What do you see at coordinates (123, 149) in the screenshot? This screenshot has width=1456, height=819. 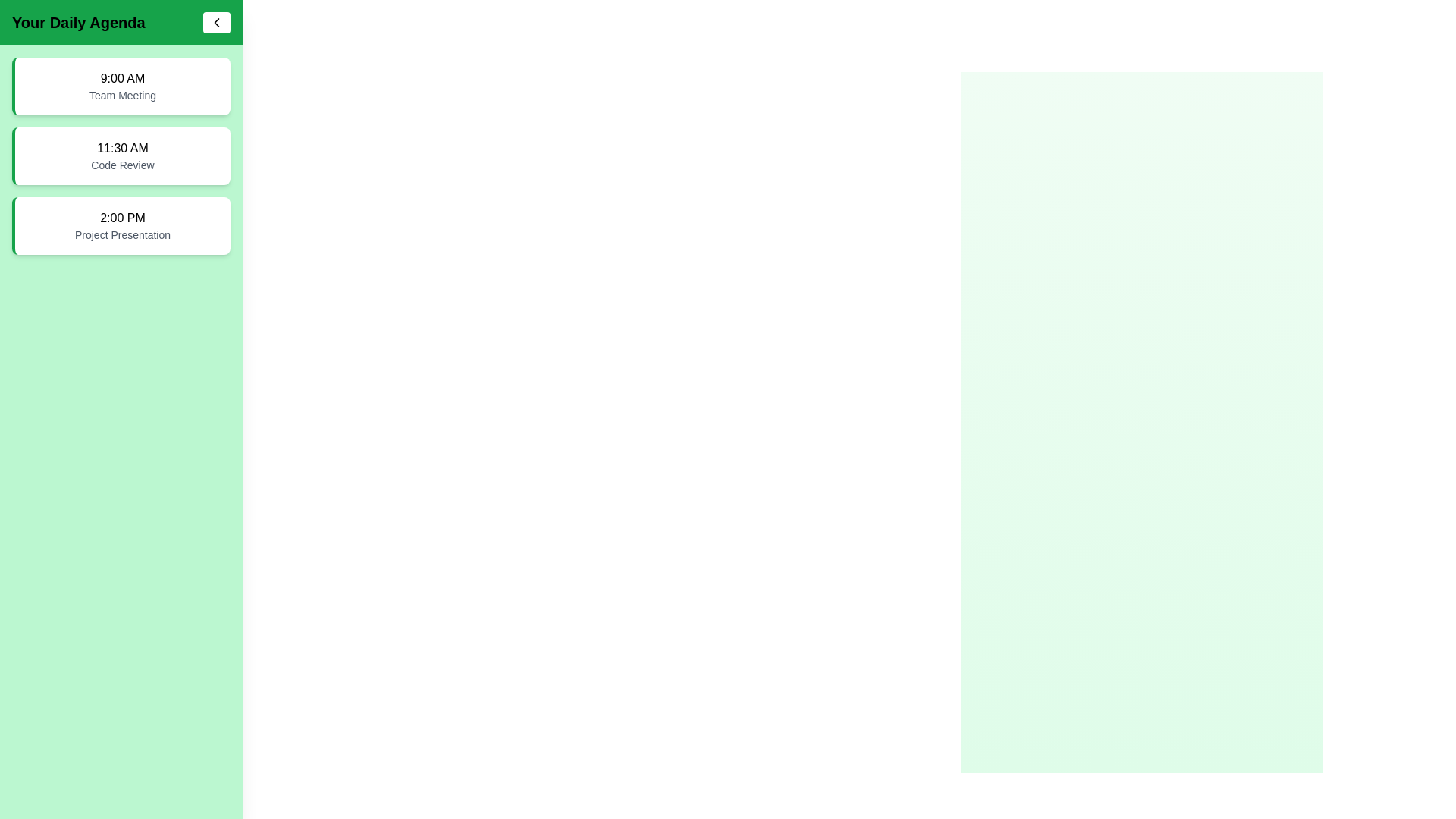 I see `the text label displaying '11:30 AM' which is located at the top part of the 'Code Review' card in the vertical stack of agenda items` at bounding box center [123, 149].